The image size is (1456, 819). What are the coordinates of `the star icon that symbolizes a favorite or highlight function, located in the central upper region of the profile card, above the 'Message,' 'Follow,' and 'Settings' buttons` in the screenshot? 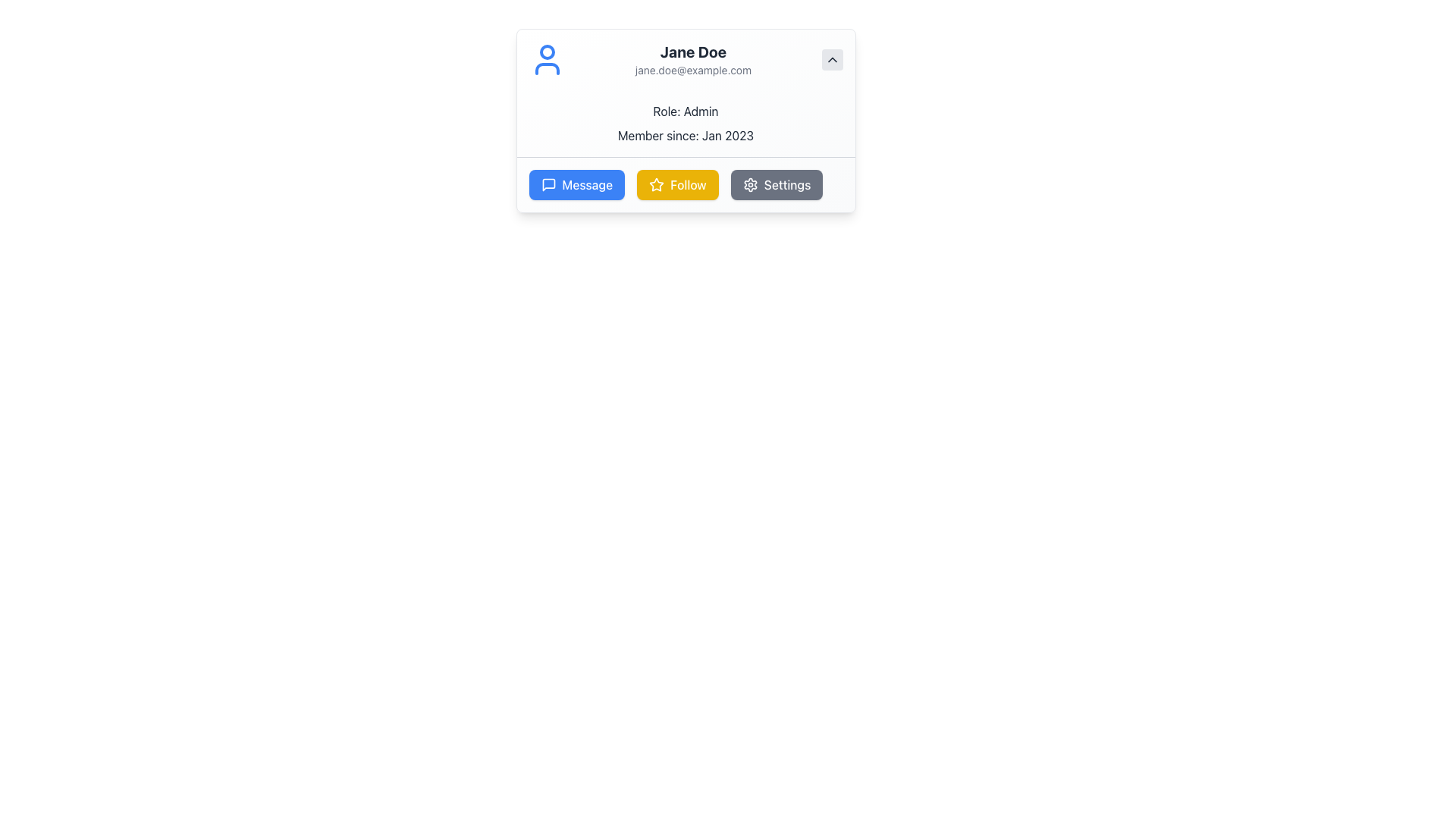 It's located at (657, 184).